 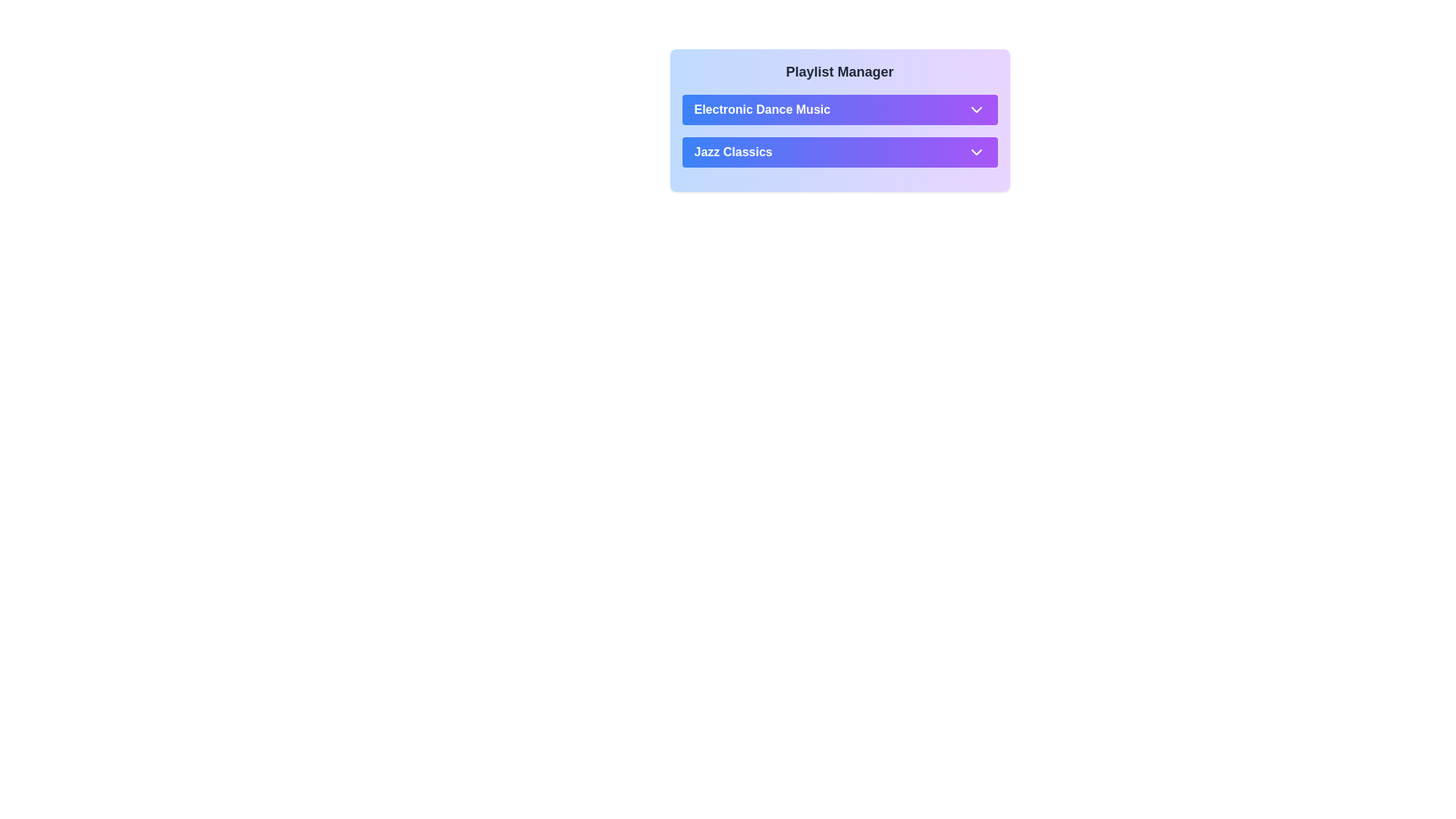 I want to click on the downward-pointing chevron icon located at the far-right side of the 'Electronic Dance Music' interactive bar, so click(x=976, y=109).